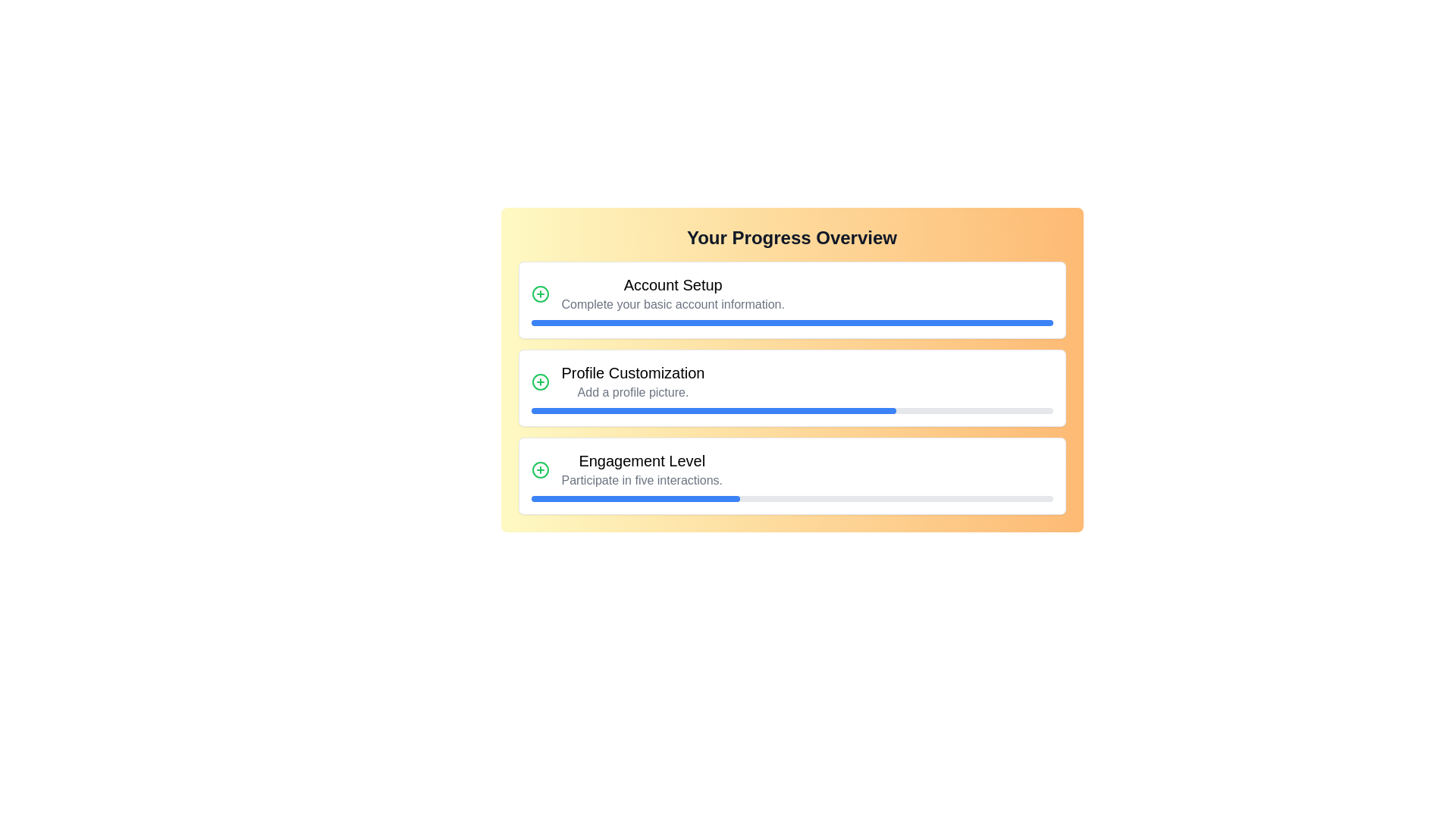 This screenshot has height=819, width=1456. I want to click on the header Text Label that provides an overview of the user's account setup process, located at the top of the first progress section, so click(672, 284).